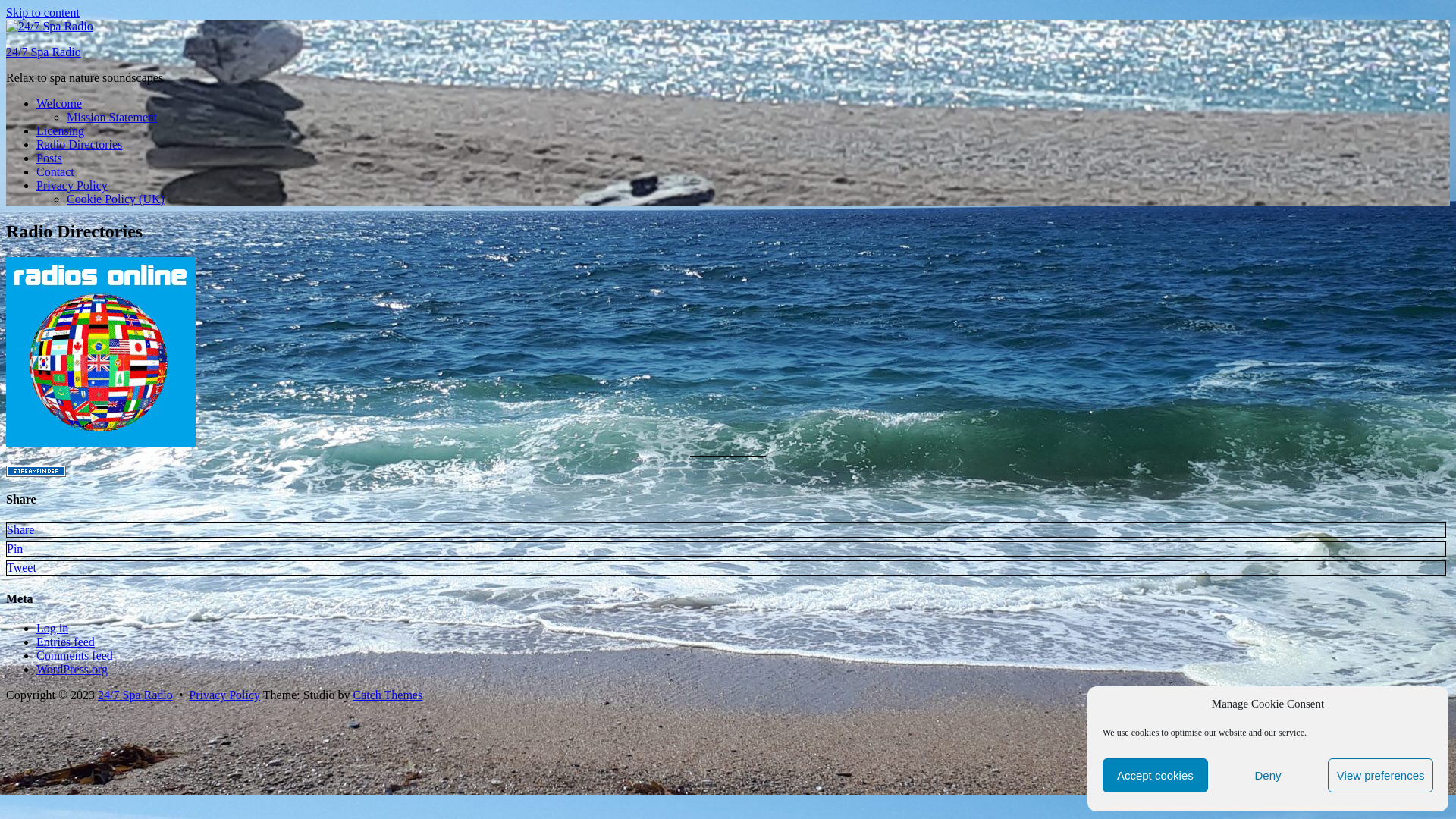 The height and width of the screenshot is (819, 1456). Describe the element at coordinates (387, 695) in the screenshot. I see `'Catch Themes'` at that location.